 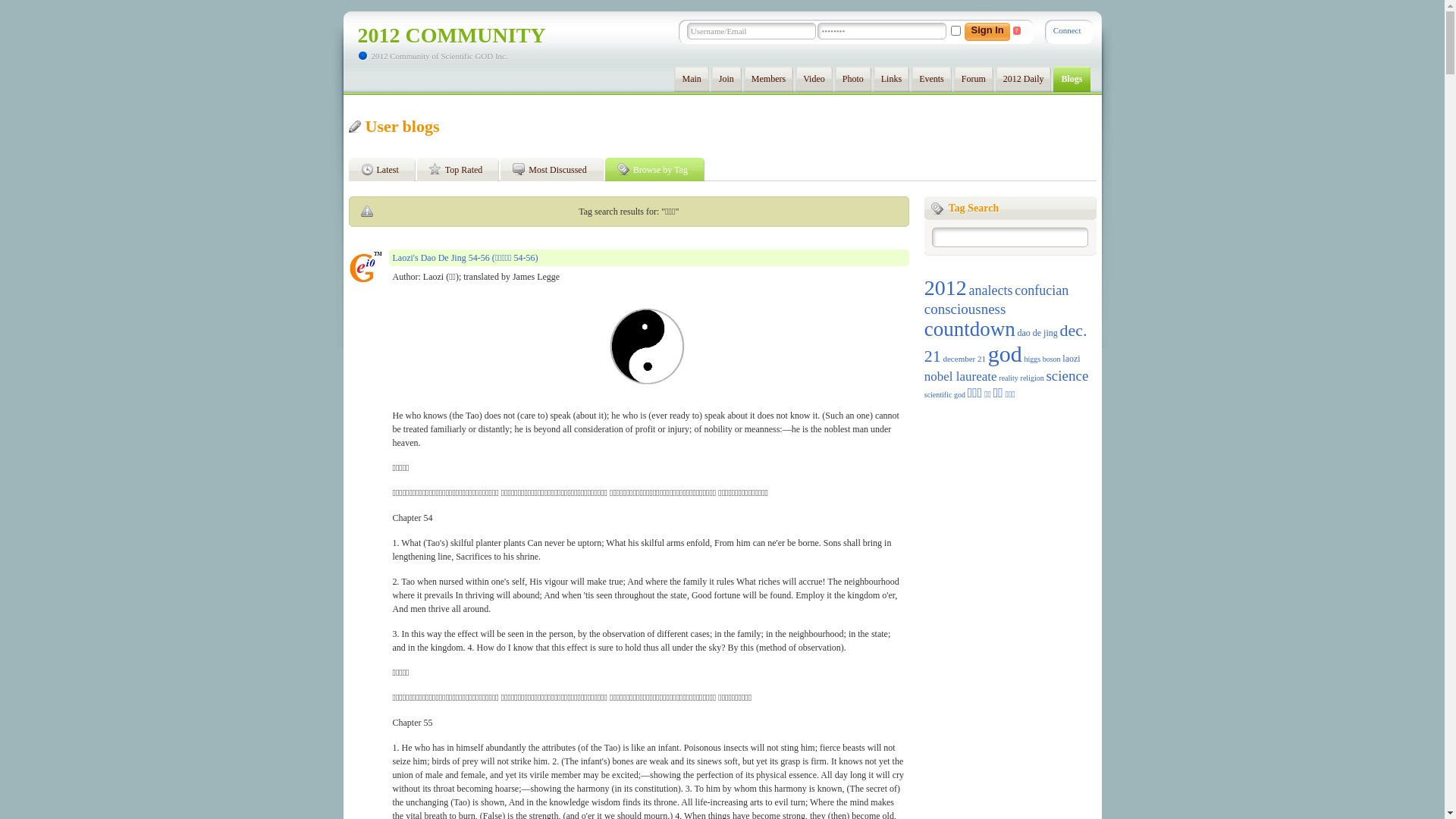 What do you see at coordinates (944, 394) in the screenshot?
I see `'scientific god'` at bounding box center [944, 394].